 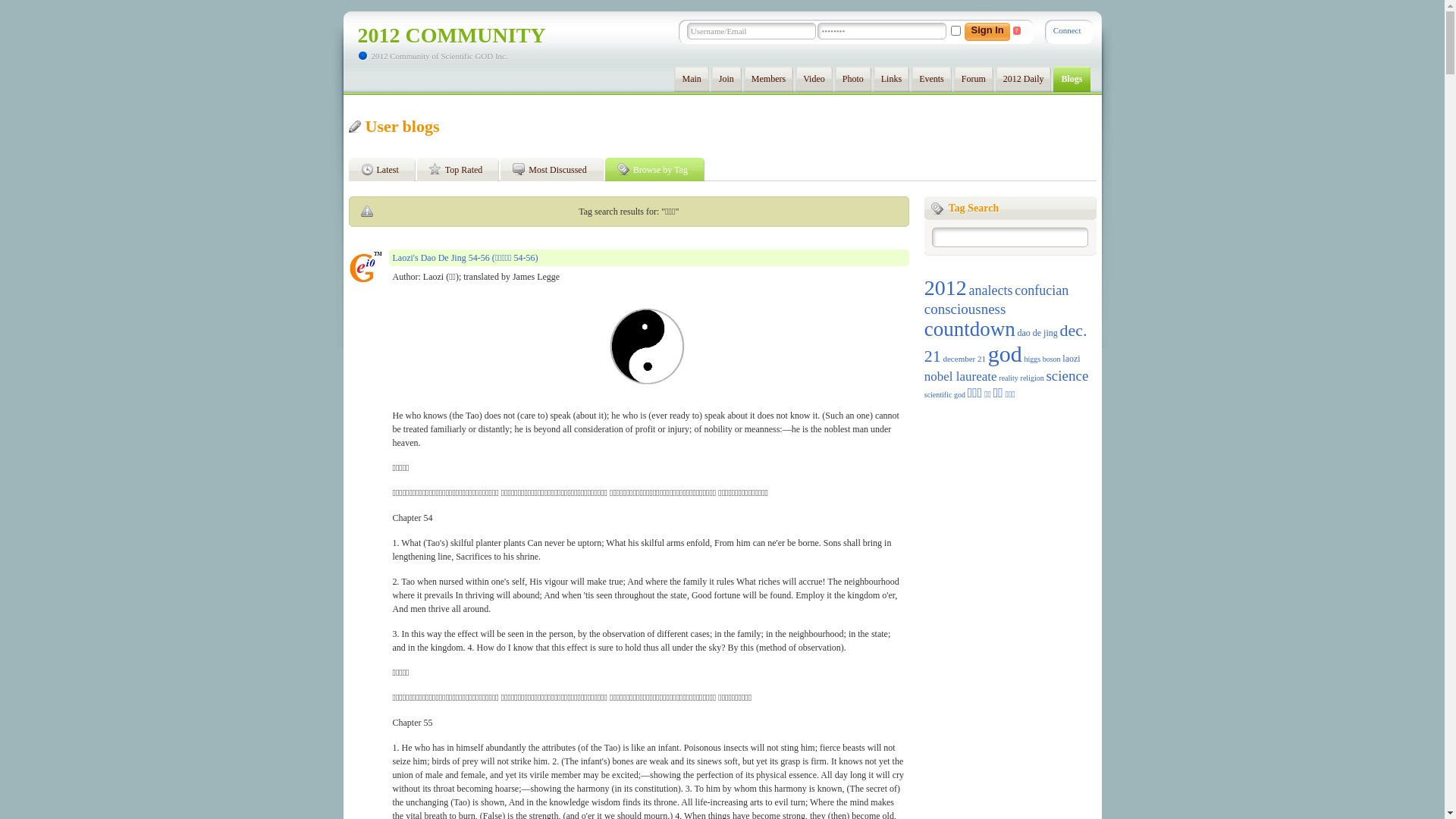 What do you see at coordinates (944, 394) in the screenshot?
I see `'scientific god'` at bounding box center [944, 394].